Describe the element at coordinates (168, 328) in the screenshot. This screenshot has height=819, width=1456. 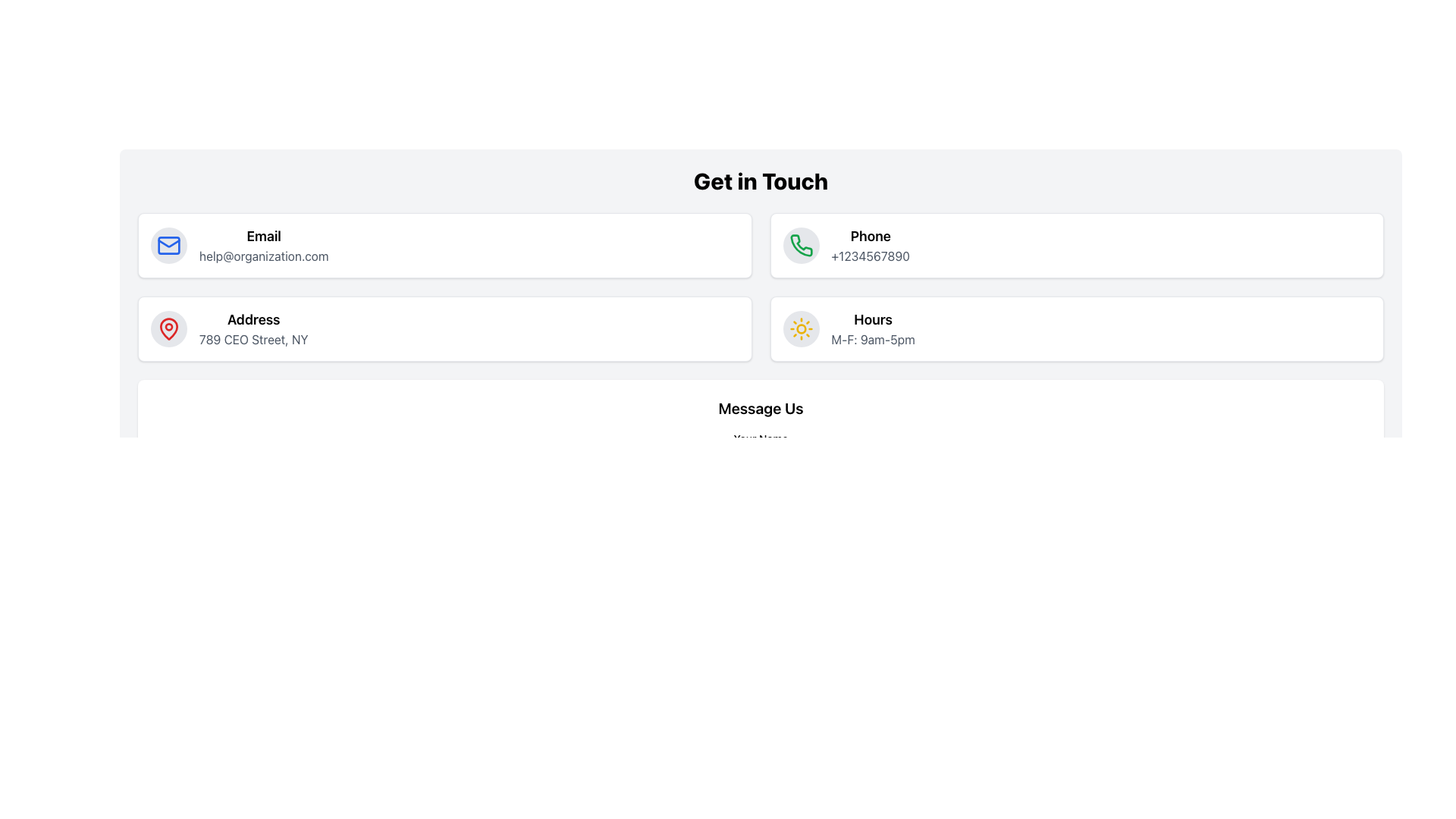
I see `the red map pin icon, which is a scalable vector graphic (SVG) located in the top-left corner of the Address section in the 'Get in Touch' layout` at that location.